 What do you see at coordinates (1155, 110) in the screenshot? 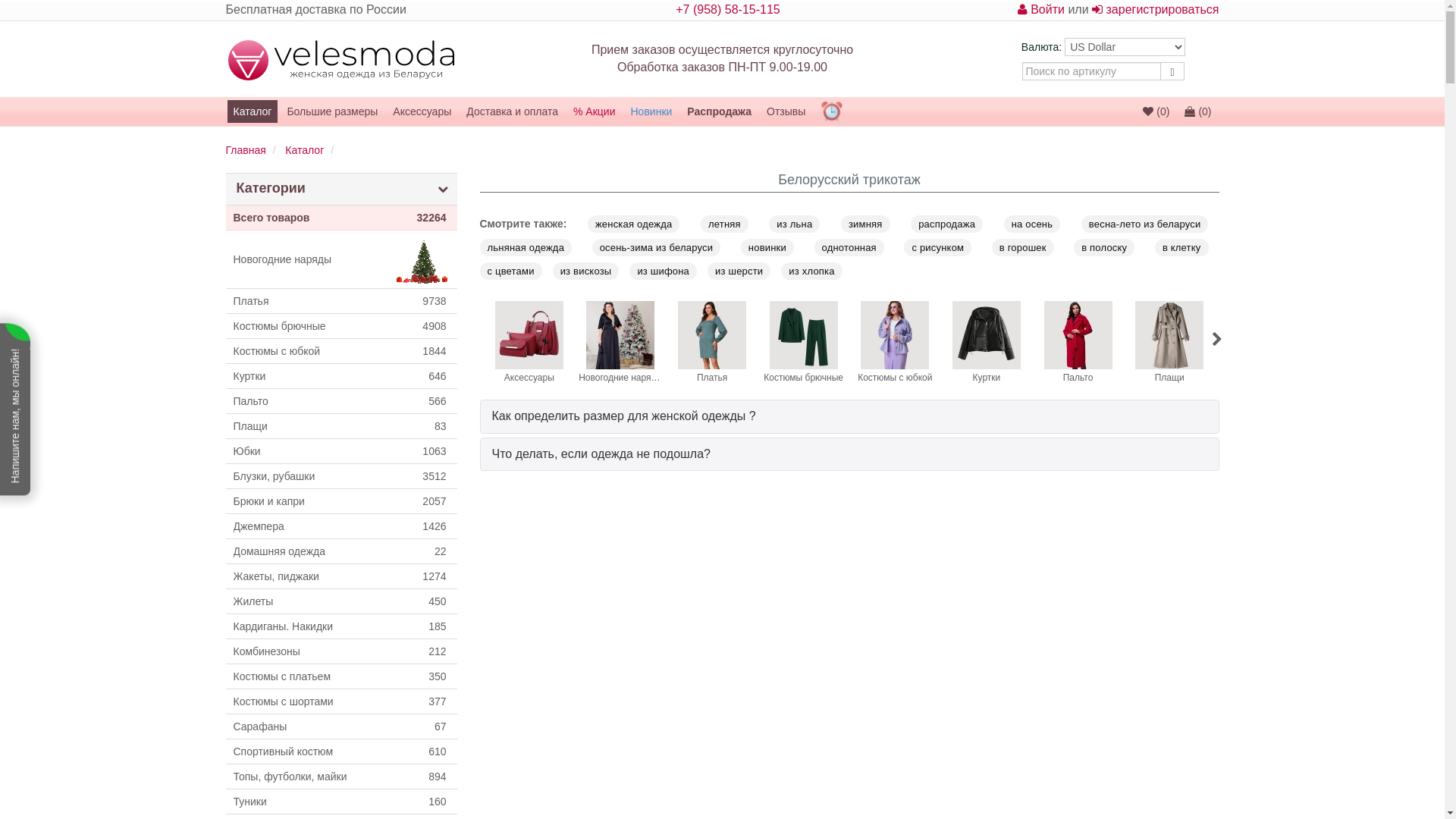
I see `'(0)'` at bounding box center [1155, 110].